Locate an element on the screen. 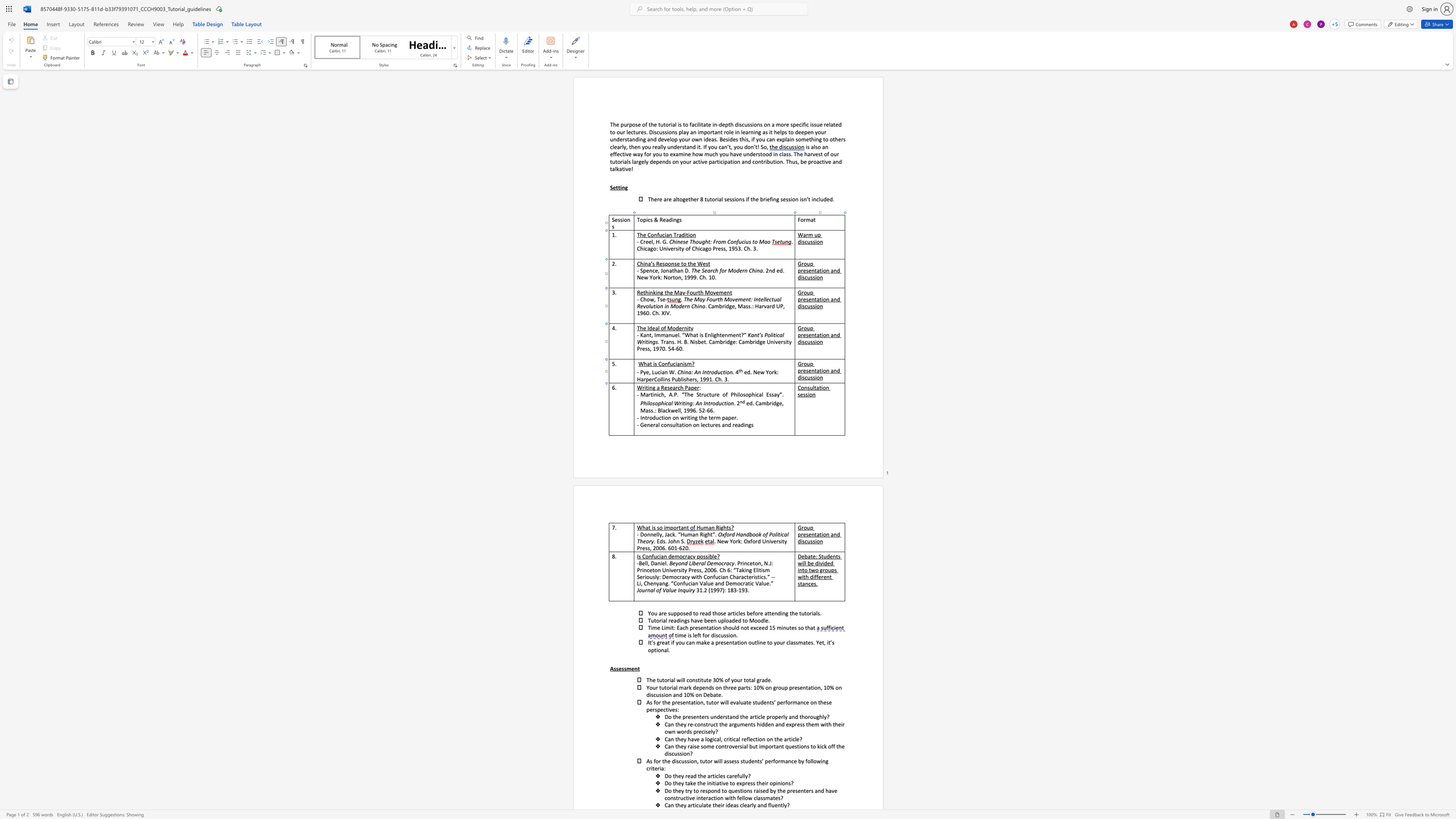  the space between the continuous character "1" and "9" in the text is located at coordinates (702, 379).